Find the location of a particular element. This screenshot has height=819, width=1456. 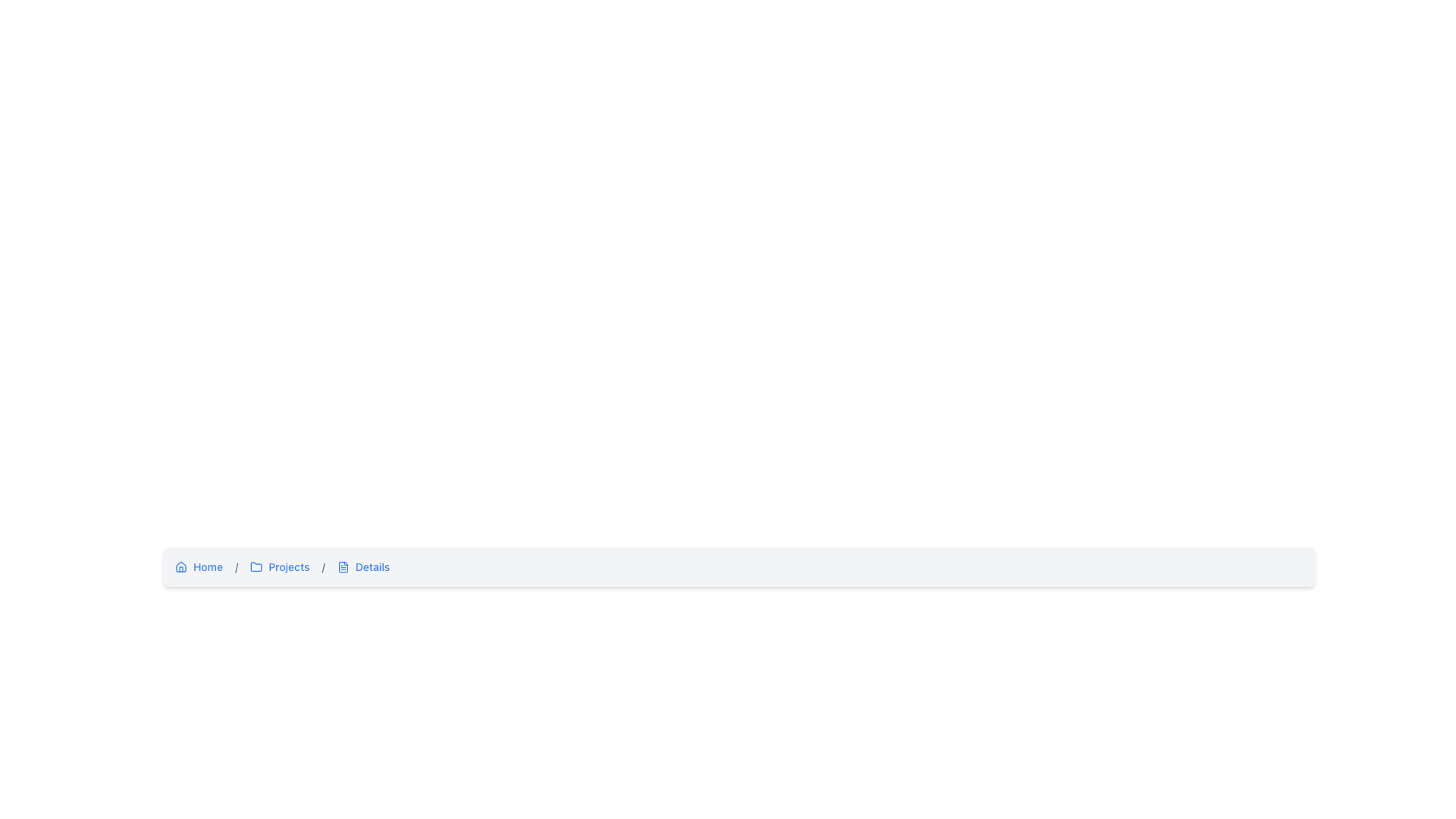

the 'Projects' text link in the breadcrumb navigation bar is located at coordinates (289, 567).